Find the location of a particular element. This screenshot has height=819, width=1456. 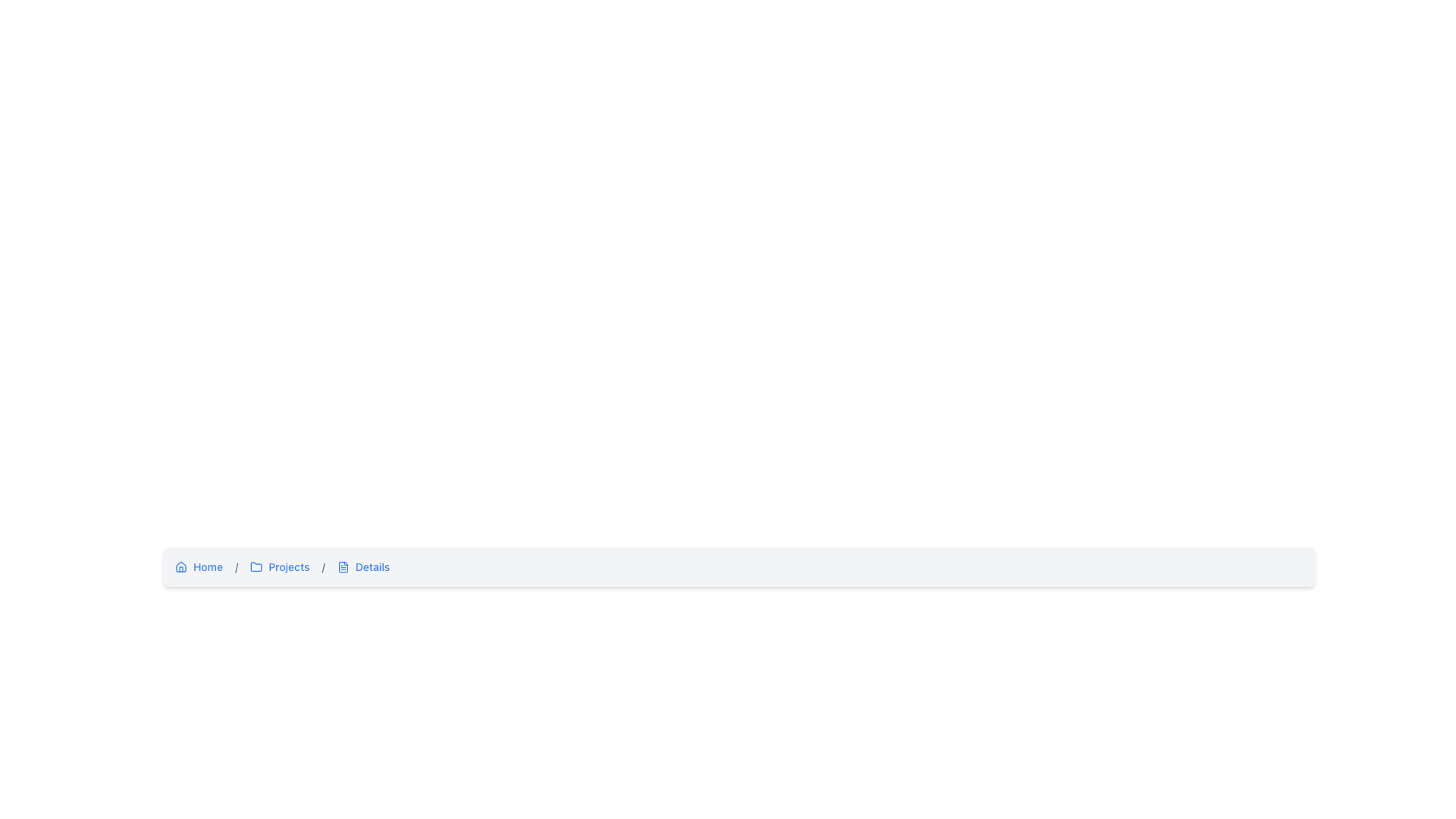

the 'Projects' text link in the breadcrumb navigation bar is located at coordinates (289, 567).